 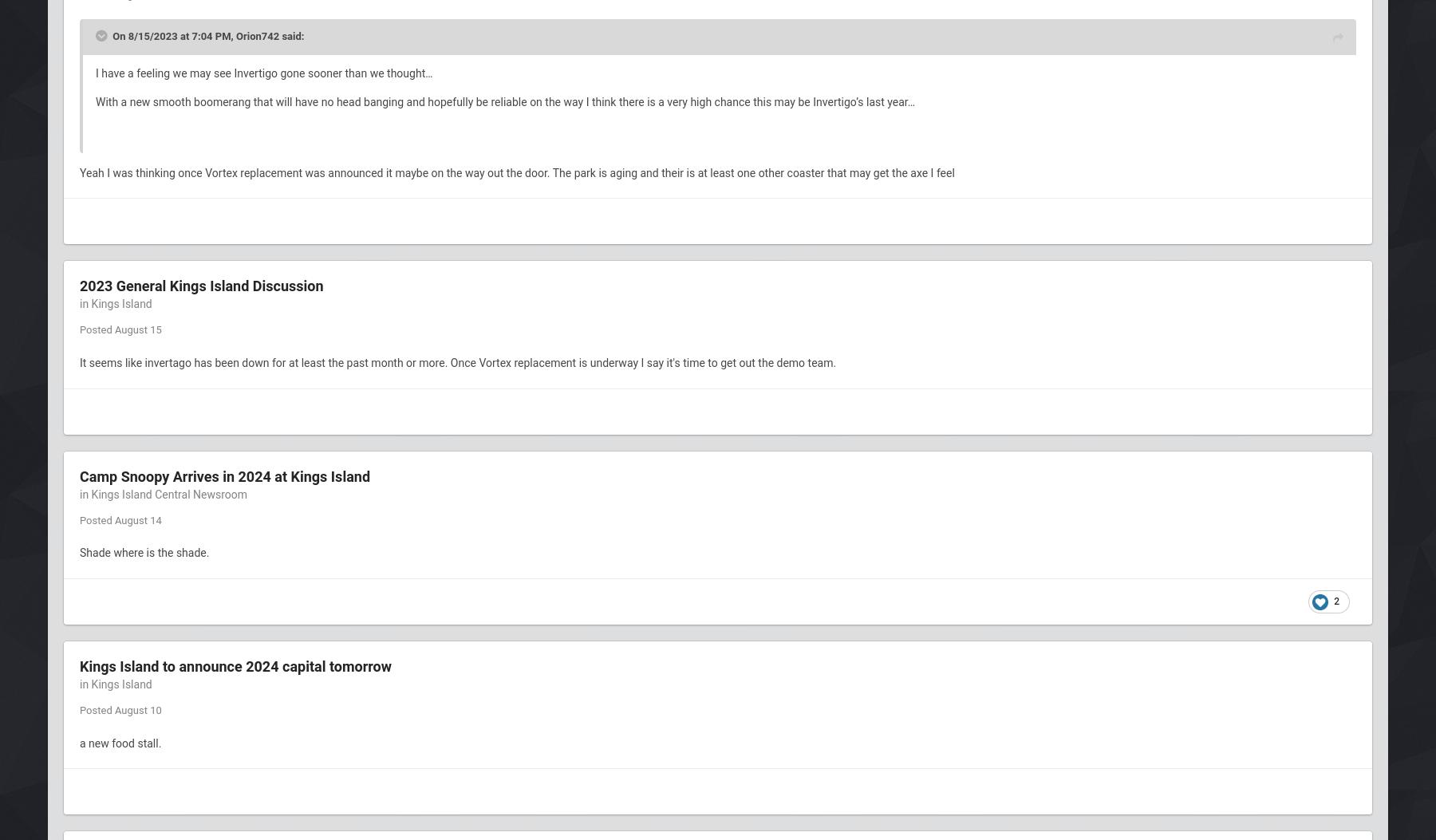 What do you see at coordinates (120, 741) in the screenshot?
I see `'a new food stall.'` at bounding box center [120, 741].